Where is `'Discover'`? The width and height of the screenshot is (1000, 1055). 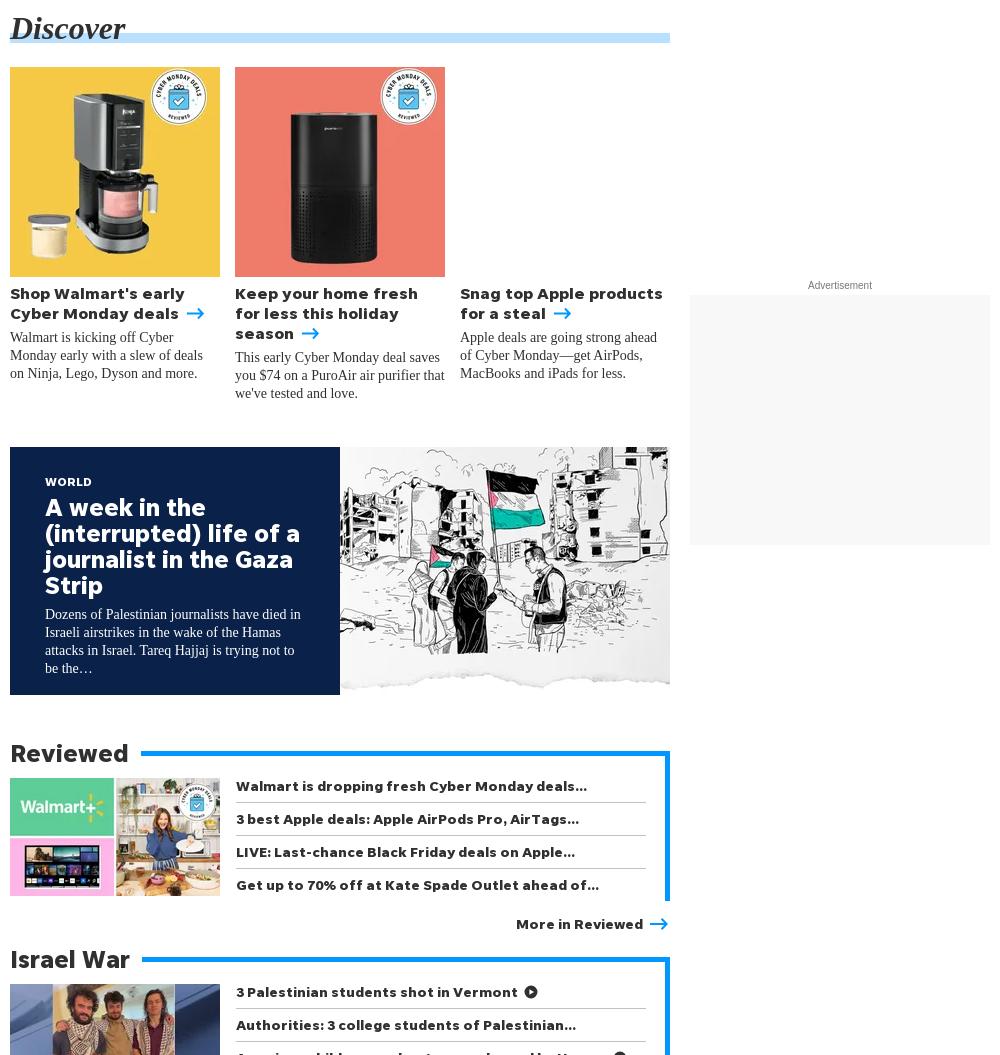
'Discover' is located at coordinates (10, 27).